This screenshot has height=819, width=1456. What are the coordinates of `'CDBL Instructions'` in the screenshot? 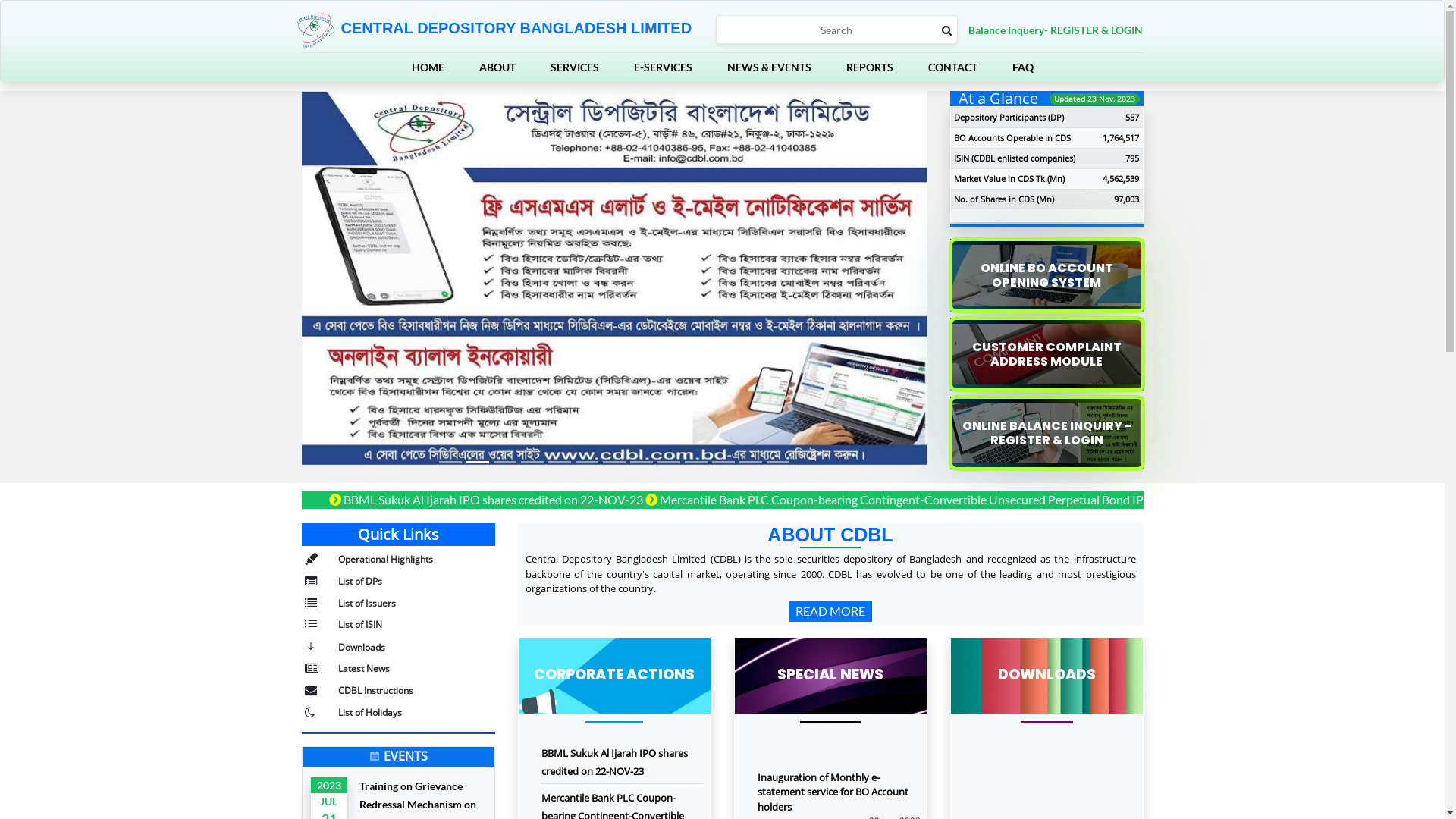 It's located at (375, 690).